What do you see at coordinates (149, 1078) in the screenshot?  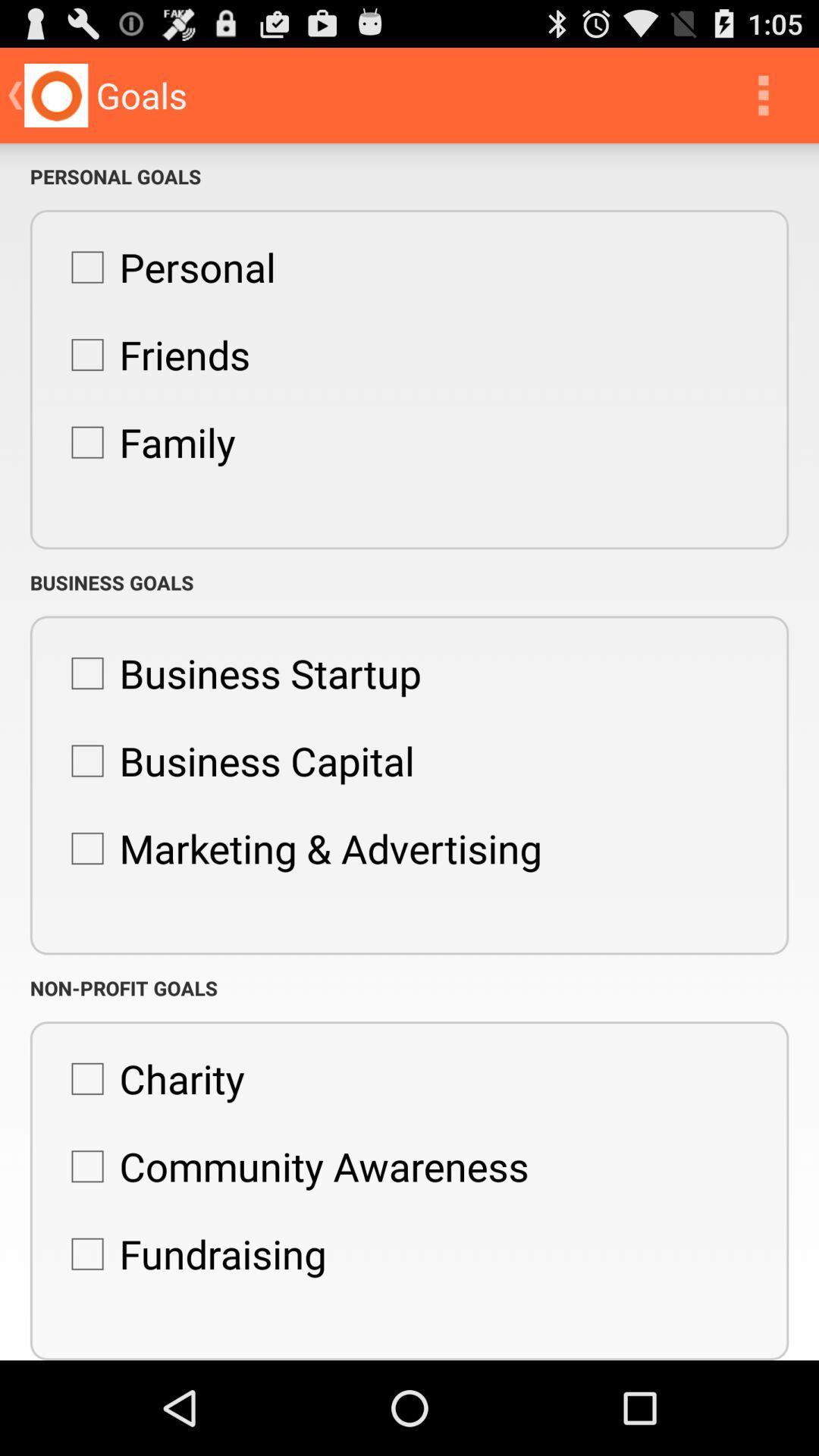 I see `icon below the non-profit goals app` at bounding box center [149, 1078].